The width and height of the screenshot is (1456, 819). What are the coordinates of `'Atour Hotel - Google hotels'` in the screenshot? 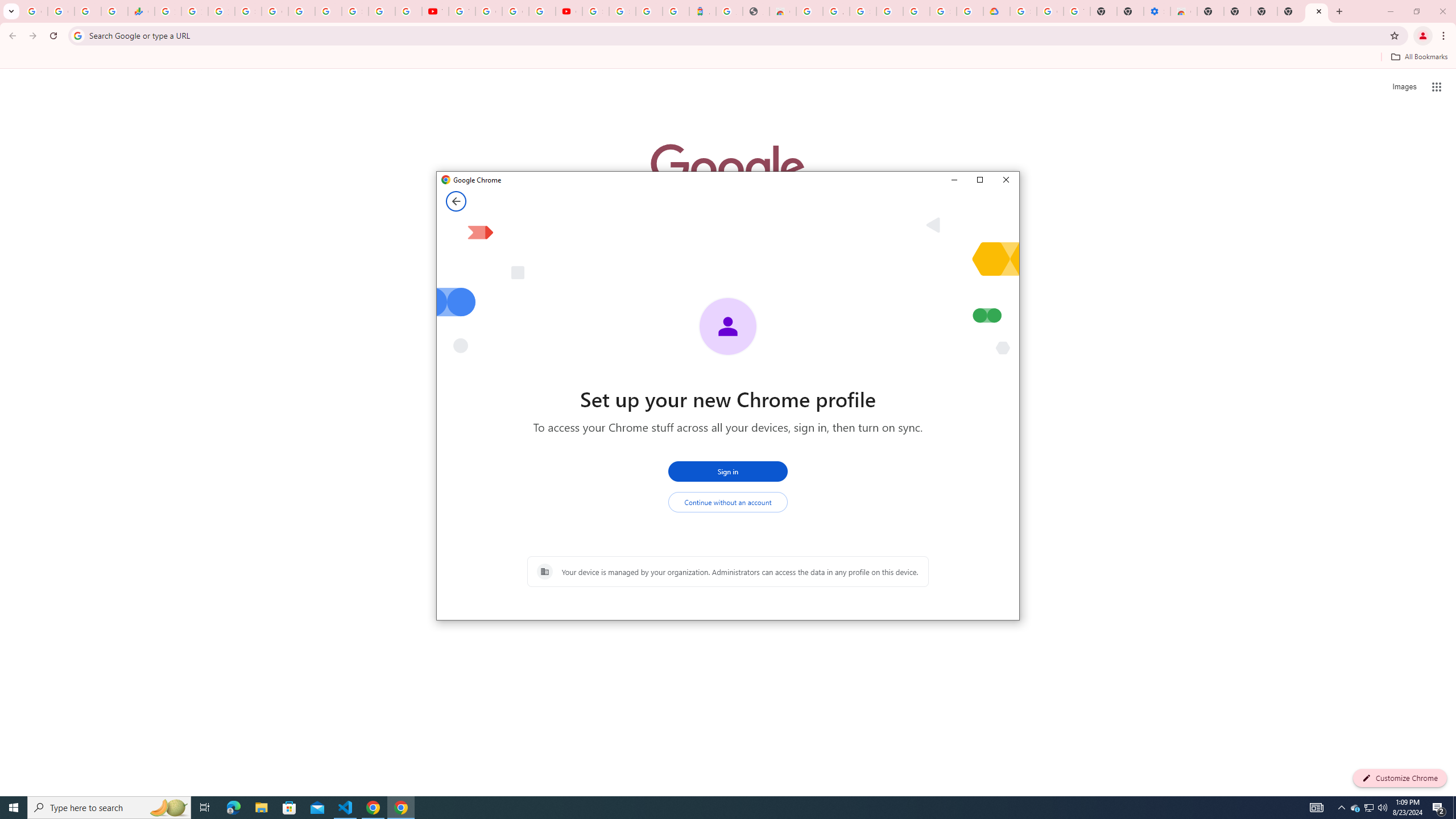 It's located at (702, 11).